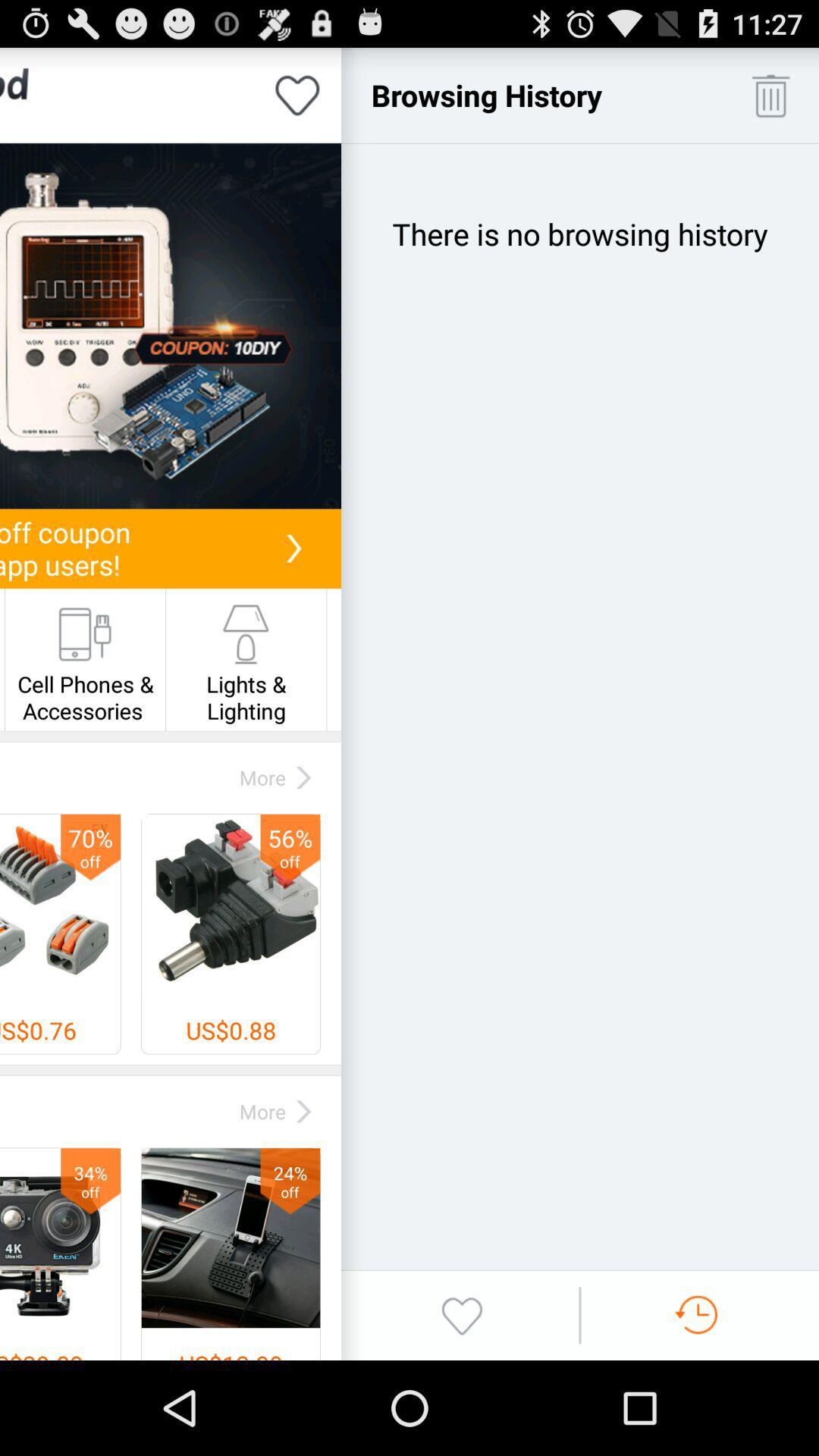 The width and height of the screenshot is (819, 1456). What do you see at coordinates (297, 101) in the screenshot?
I see `the favorite icon` at bounding box center [297, 101].